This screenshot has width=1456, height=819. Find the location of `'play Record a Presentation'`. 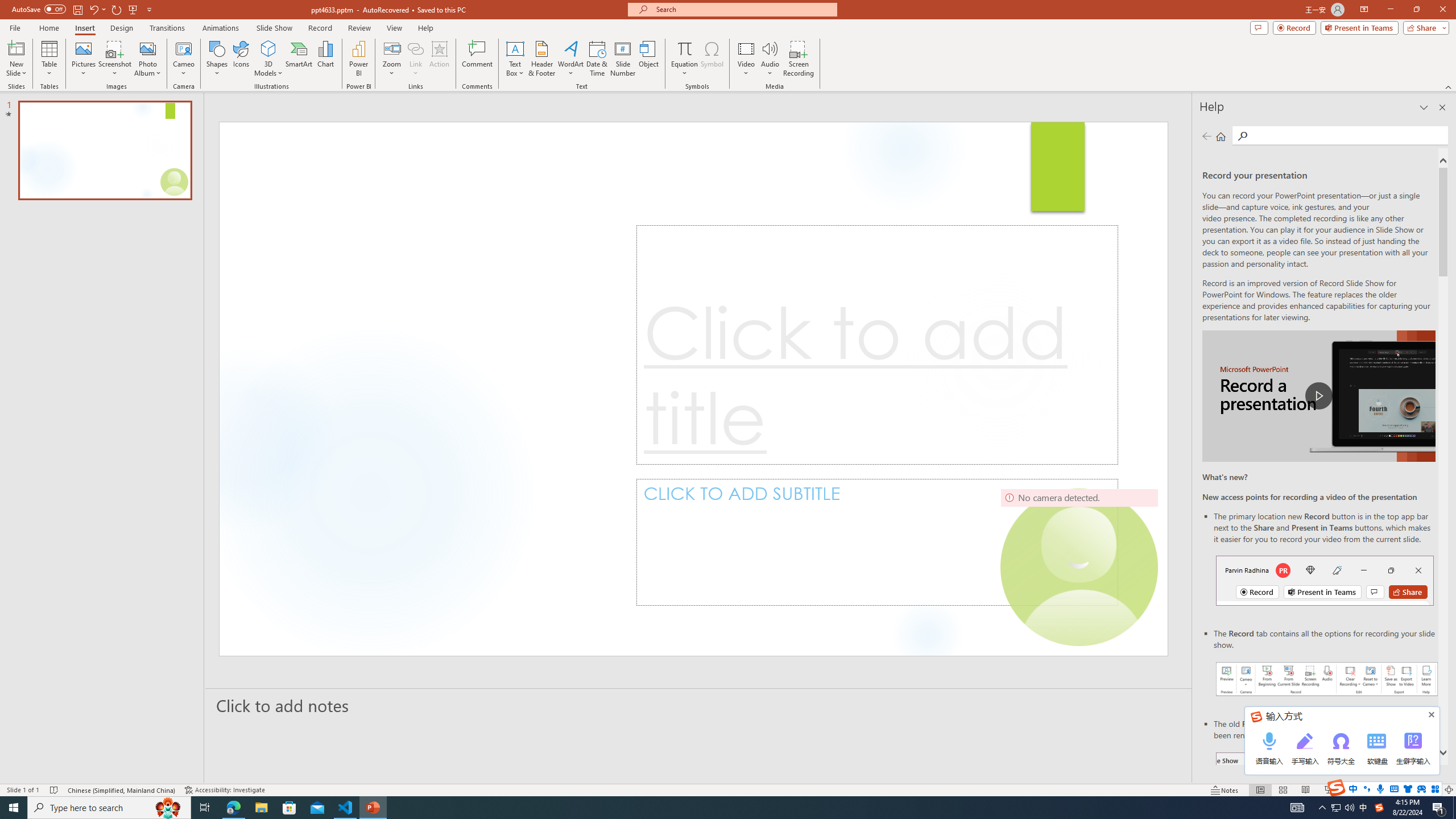

'play Record a Presentation' is located at coordinates (1318, 396).